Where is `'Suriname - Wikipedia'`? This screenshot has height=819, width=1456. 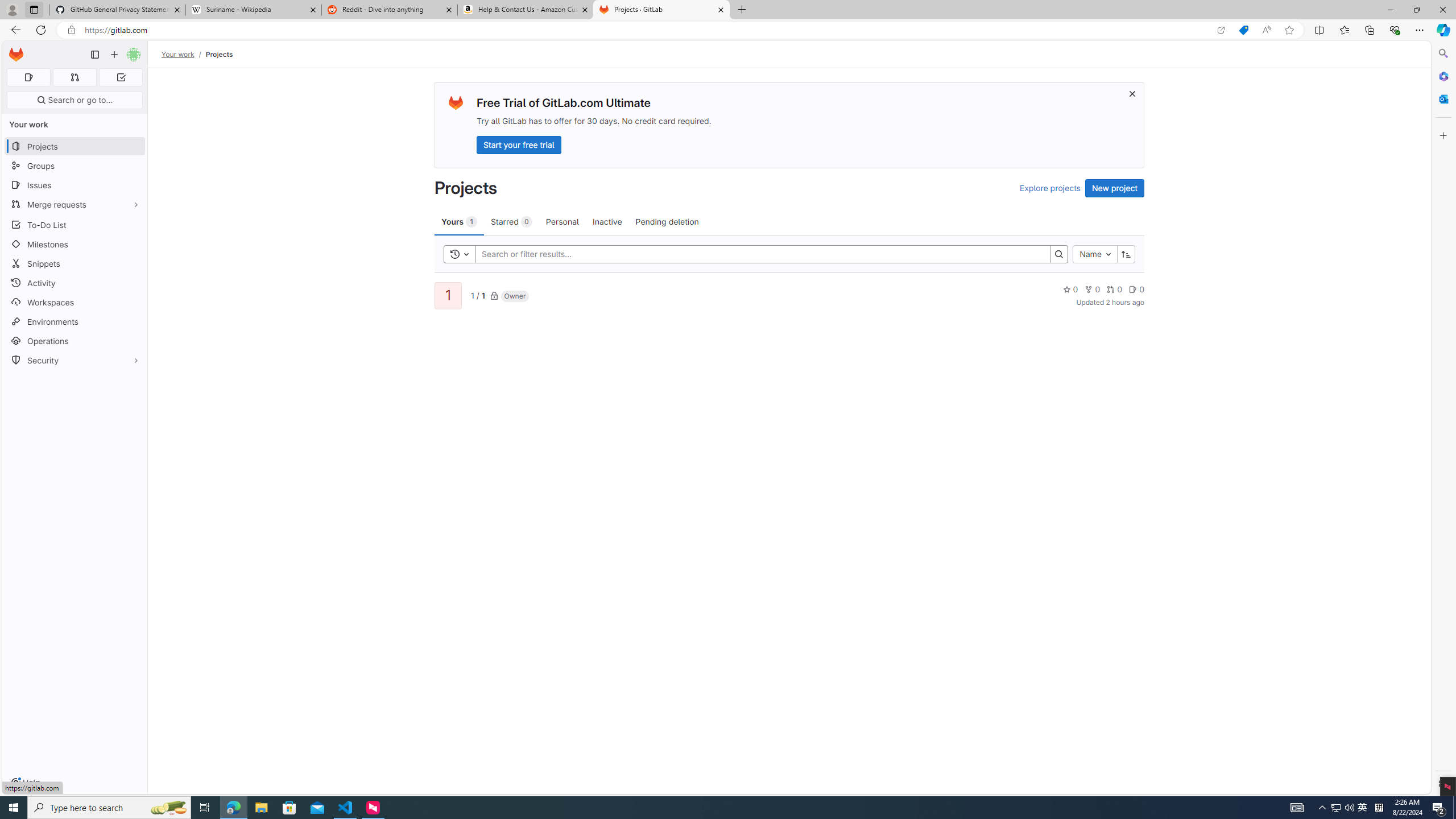
'Suriname - Wikipedia' is located at coordinates (253, 9).